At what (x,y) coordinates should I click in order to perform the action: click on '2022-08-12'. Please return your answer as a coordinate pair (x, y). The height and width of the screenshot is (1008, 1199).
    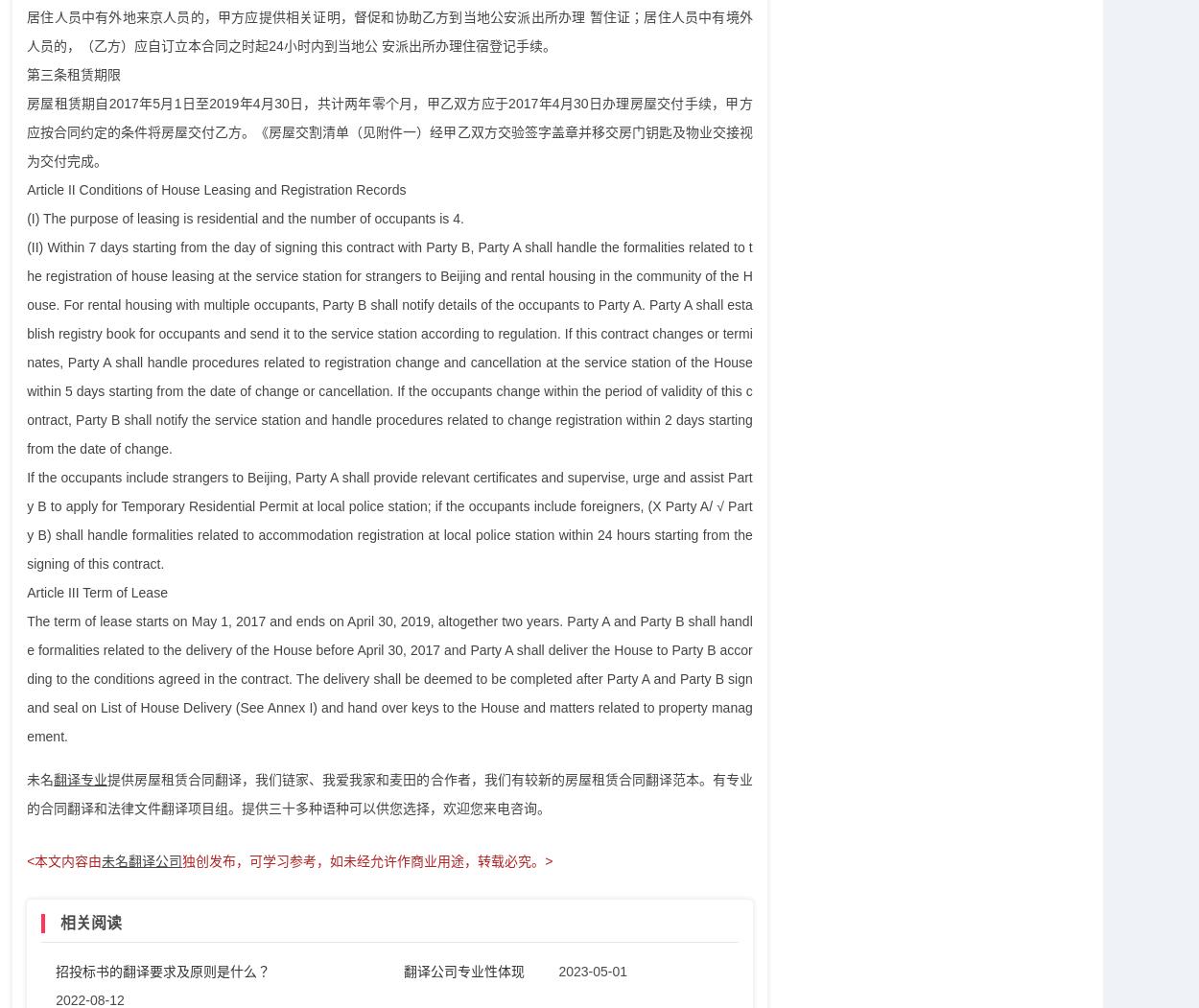
    Looking at the image, I should click on (55, 997).